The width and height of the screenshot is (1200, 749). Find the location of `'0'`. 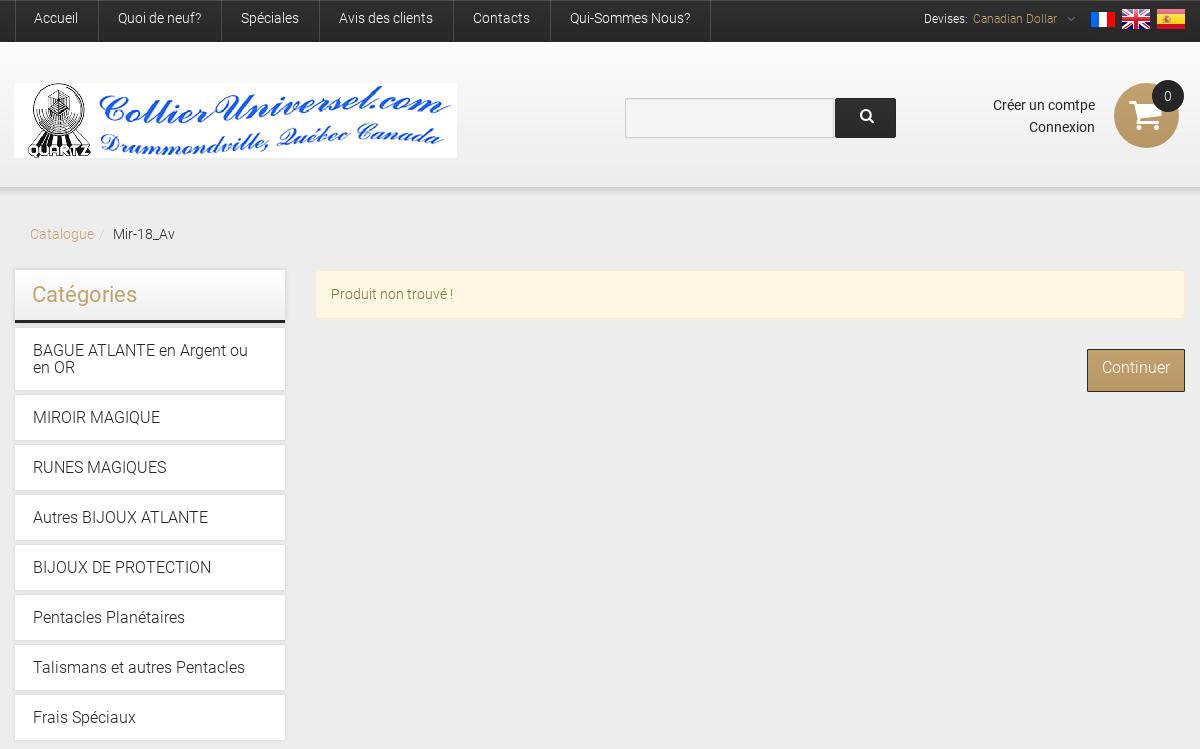

'0' is located at coordinates (1166, 95).